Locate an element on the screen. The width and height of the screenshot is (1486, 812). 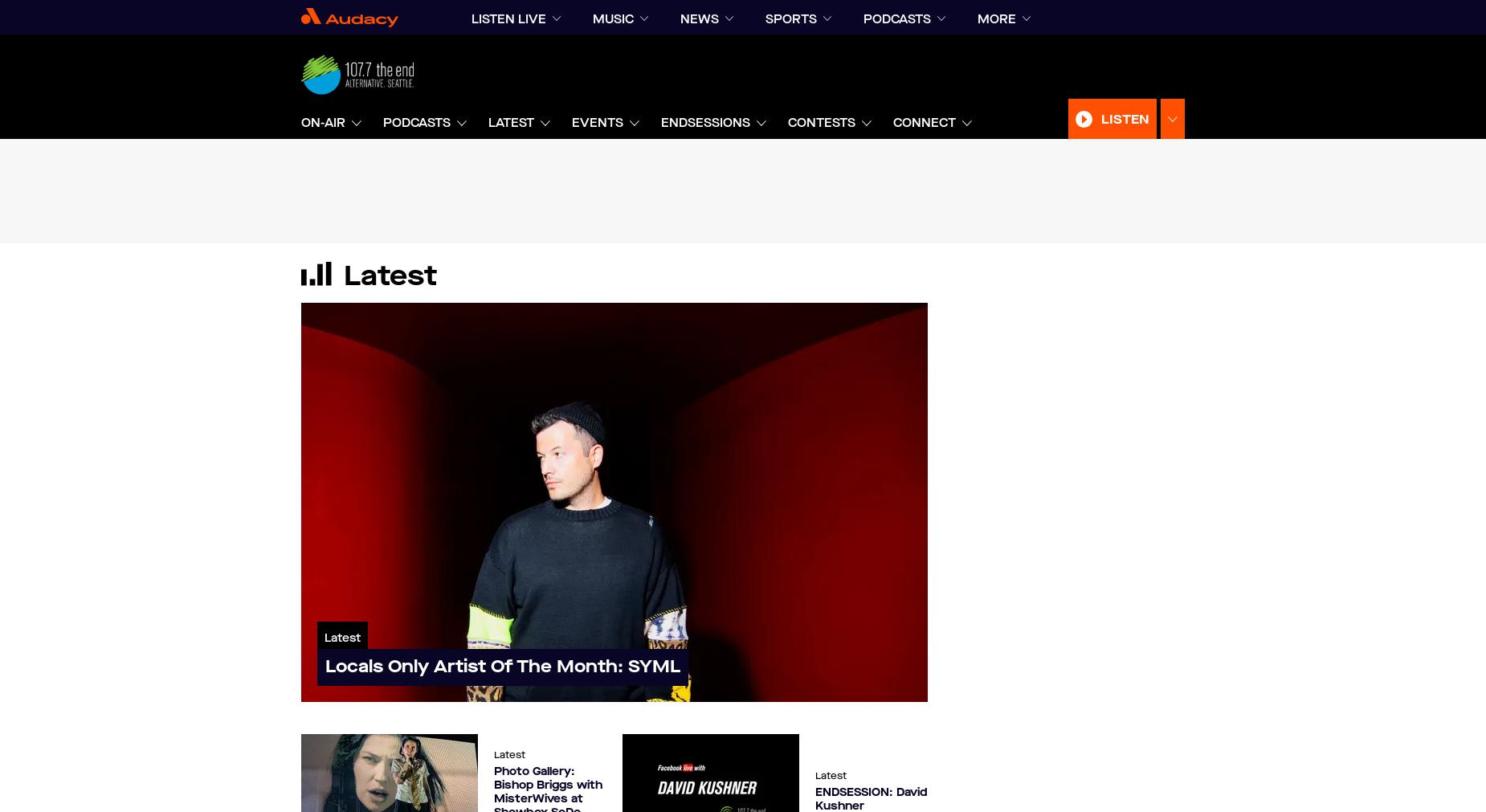
'Events' is located at coordinates (572, 121).